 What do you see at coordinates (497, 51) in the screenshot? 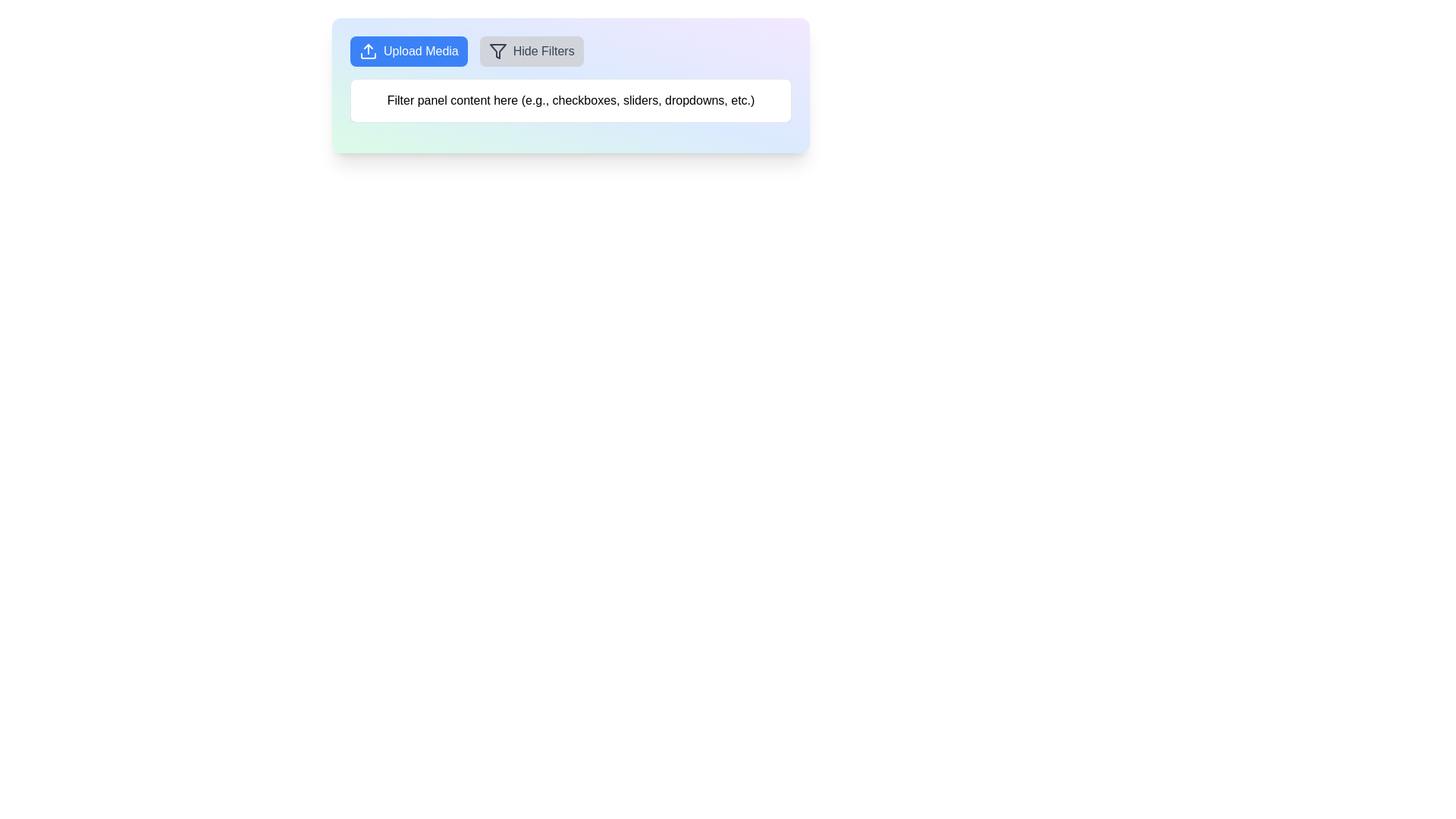
I see `the filter icon located within the 'Hide Filters' button` at bounding box center [497, 51].